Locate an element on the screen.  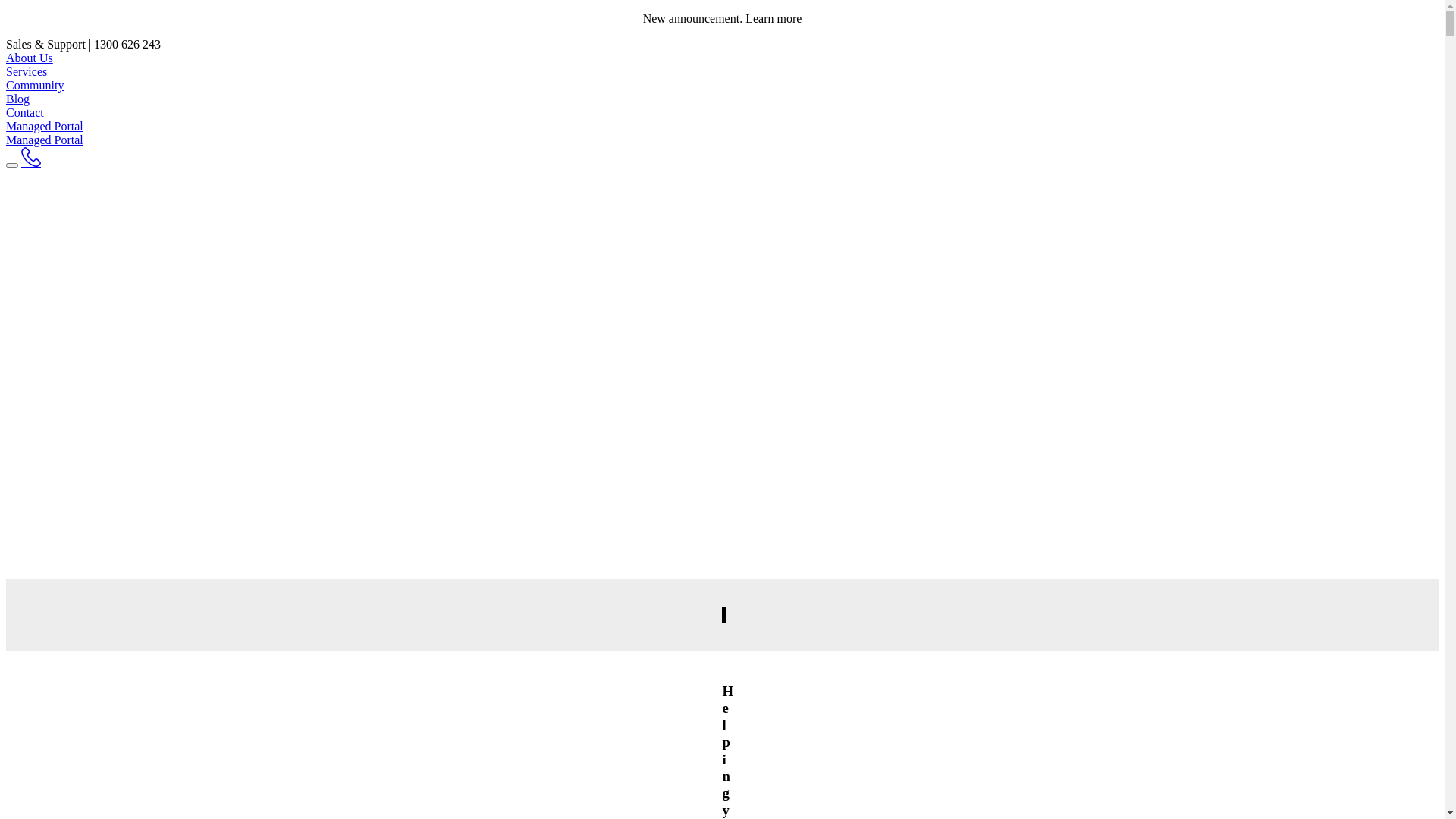
'Services' is located at coordinates (26, 71).